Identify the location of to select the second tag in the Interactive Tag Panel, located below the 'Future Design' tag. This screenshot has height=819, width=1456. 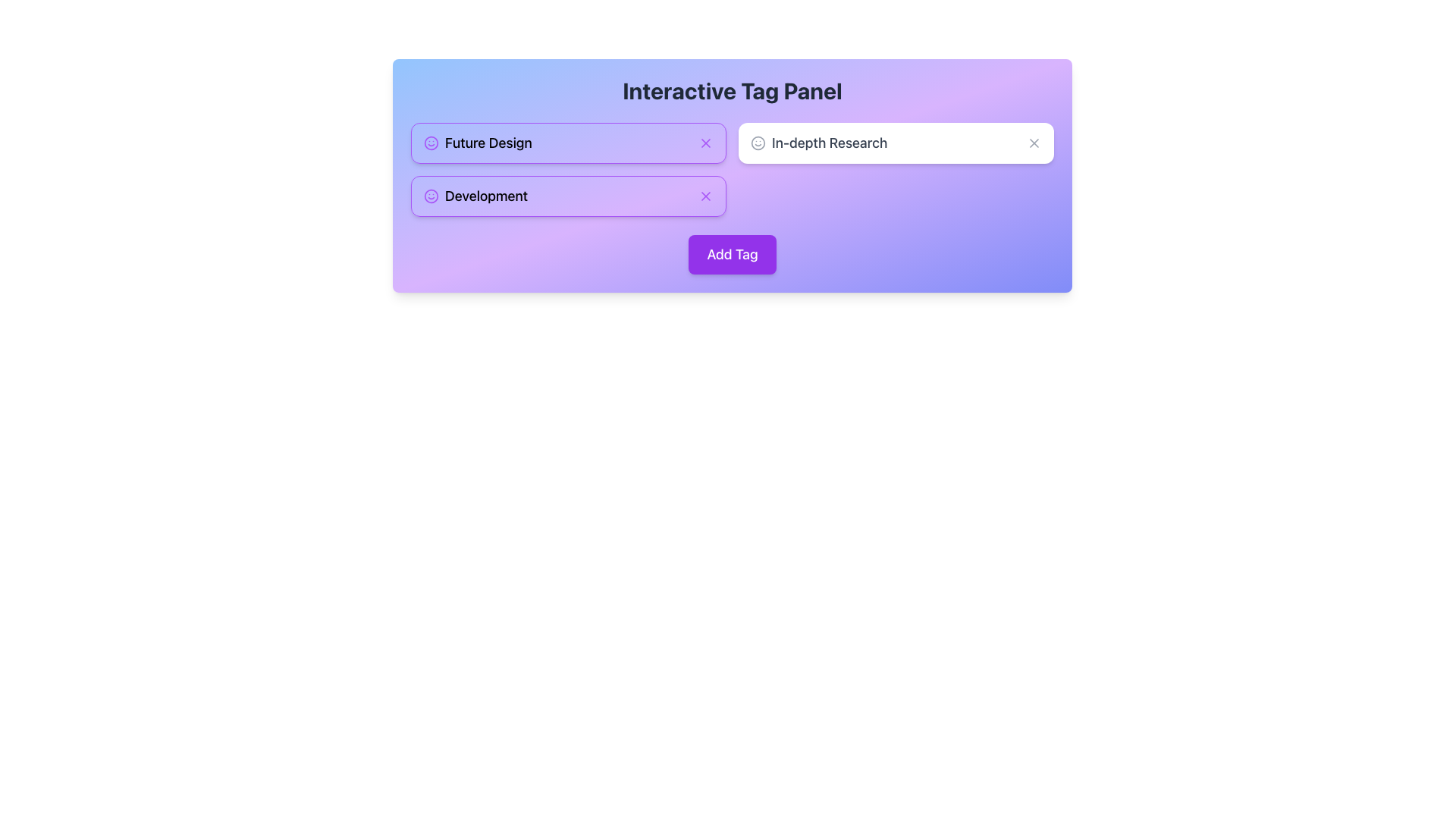
(475, 195).